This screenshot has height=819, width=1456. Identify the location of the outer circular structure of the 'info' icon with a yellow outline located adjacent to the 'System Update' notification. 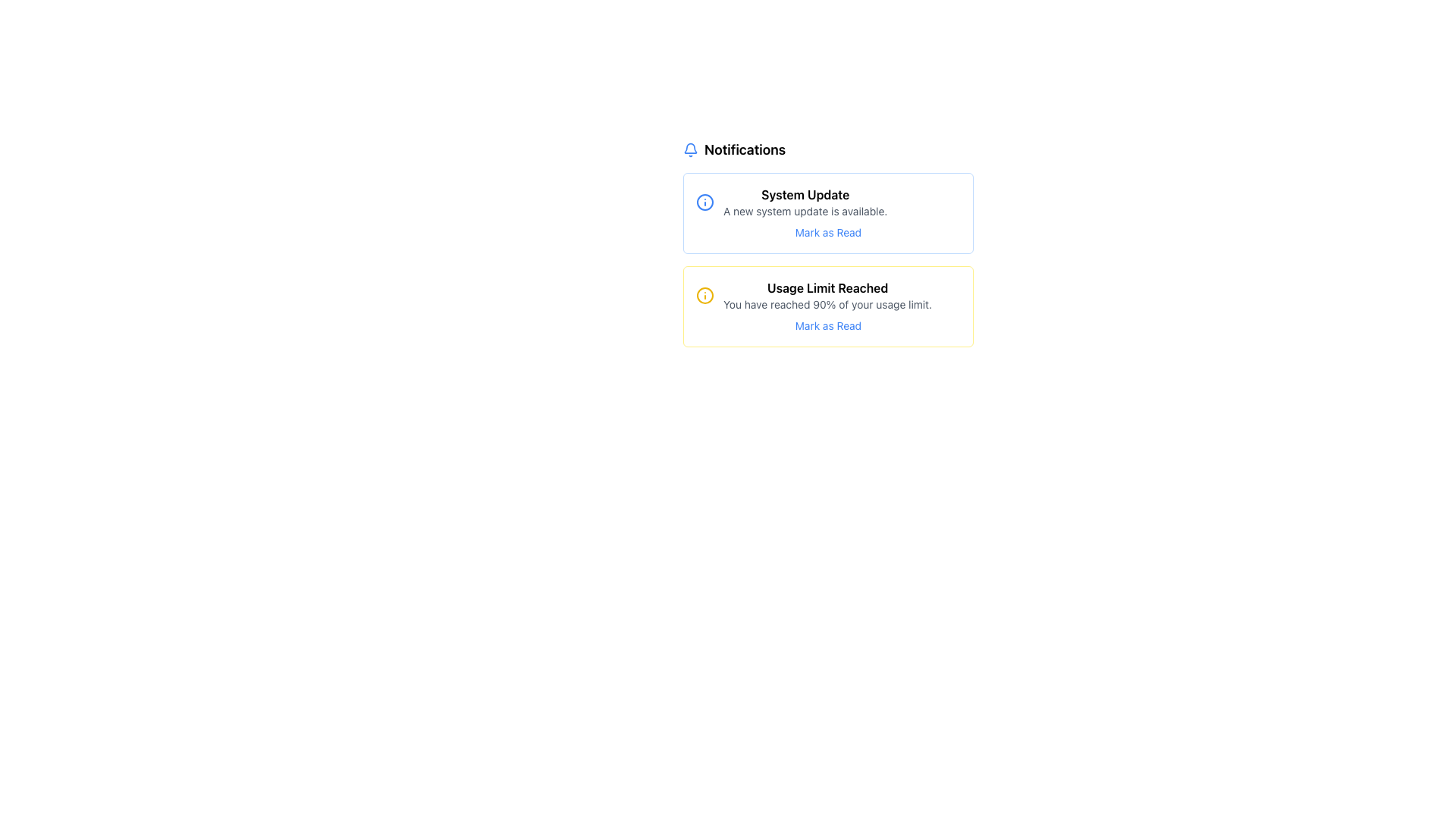
(704, 295).